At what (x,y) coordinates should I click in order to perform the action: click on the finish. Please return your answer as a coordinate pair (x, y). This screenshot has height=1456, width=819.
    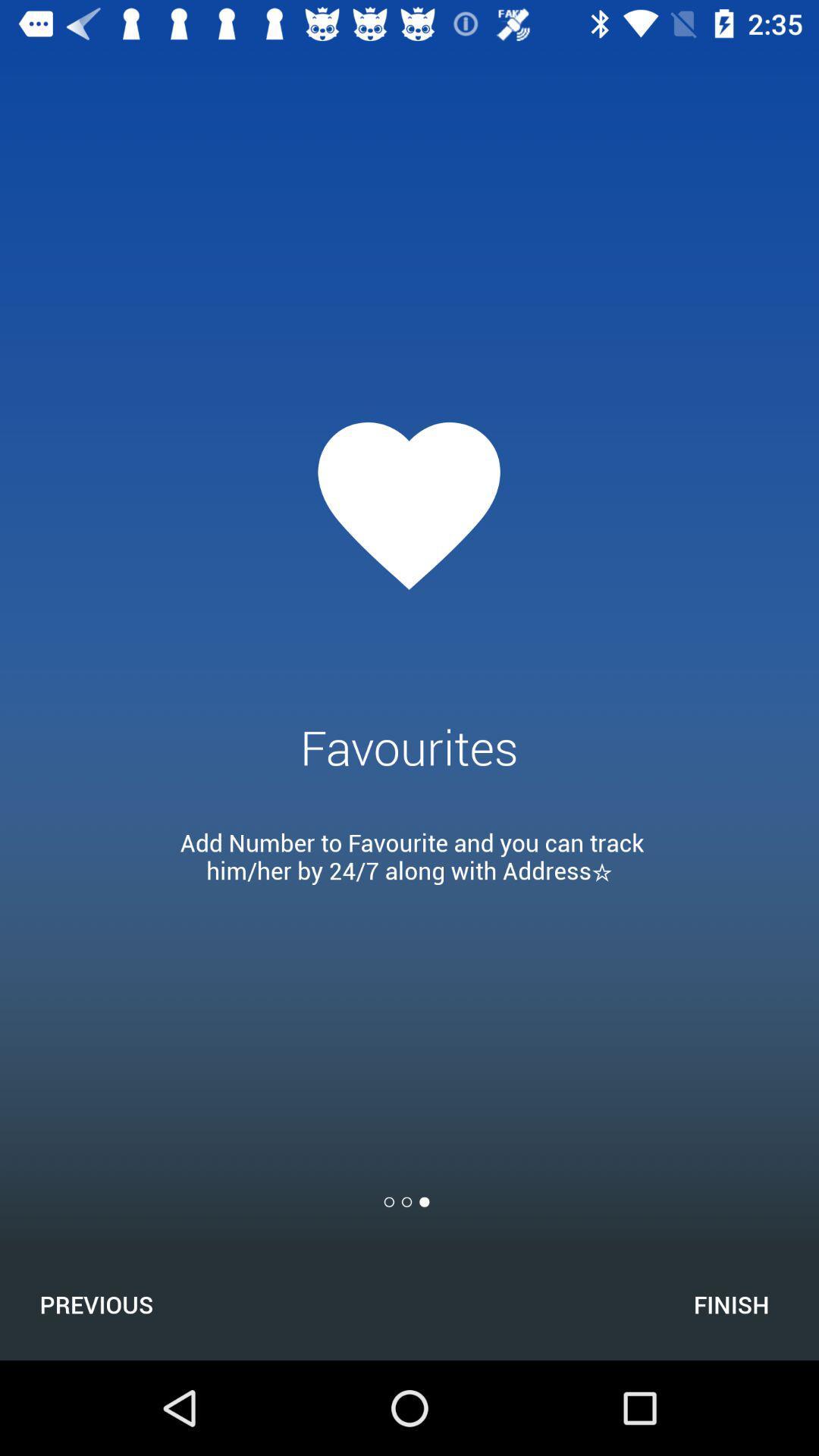
    Looking at the image, I should click on (730, 1304).